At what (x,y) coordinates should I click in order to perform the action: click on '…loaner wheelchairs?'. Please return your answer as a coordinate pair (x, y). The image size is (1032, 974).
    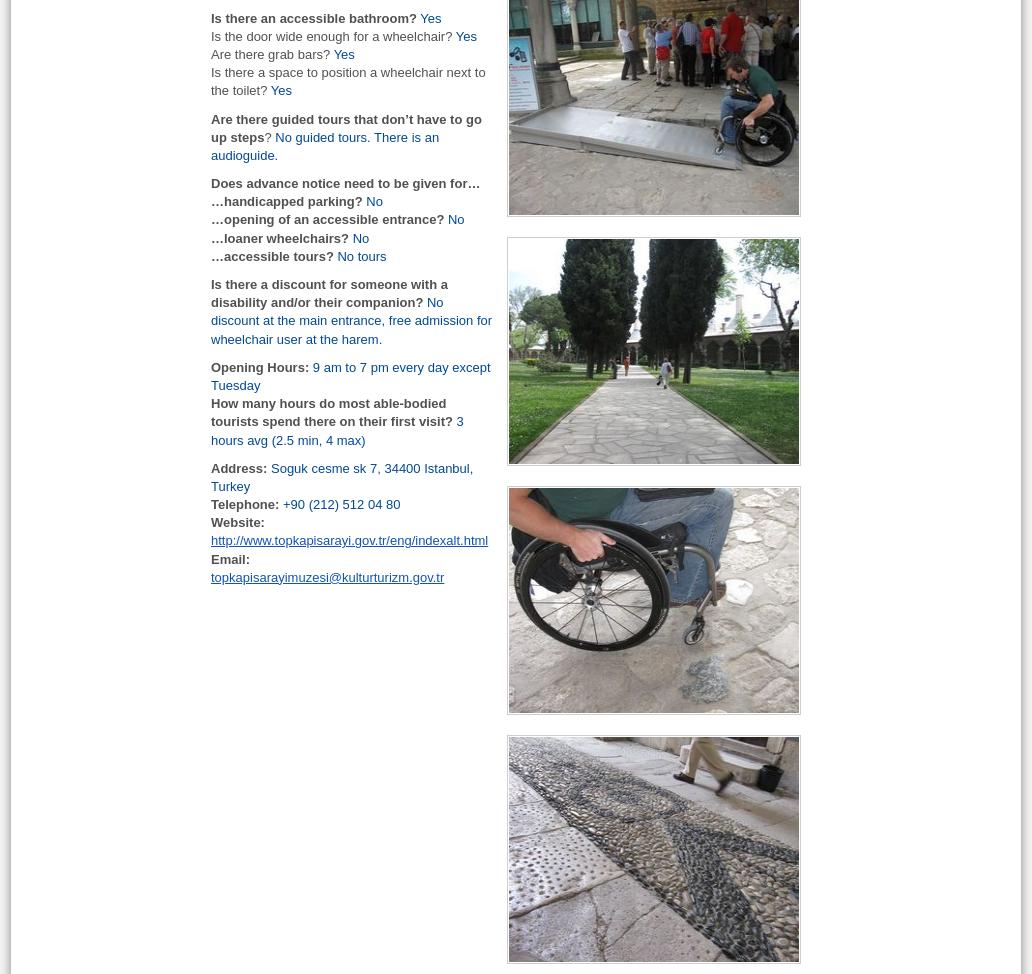
    Looking at the image, I should click on (210, 237).